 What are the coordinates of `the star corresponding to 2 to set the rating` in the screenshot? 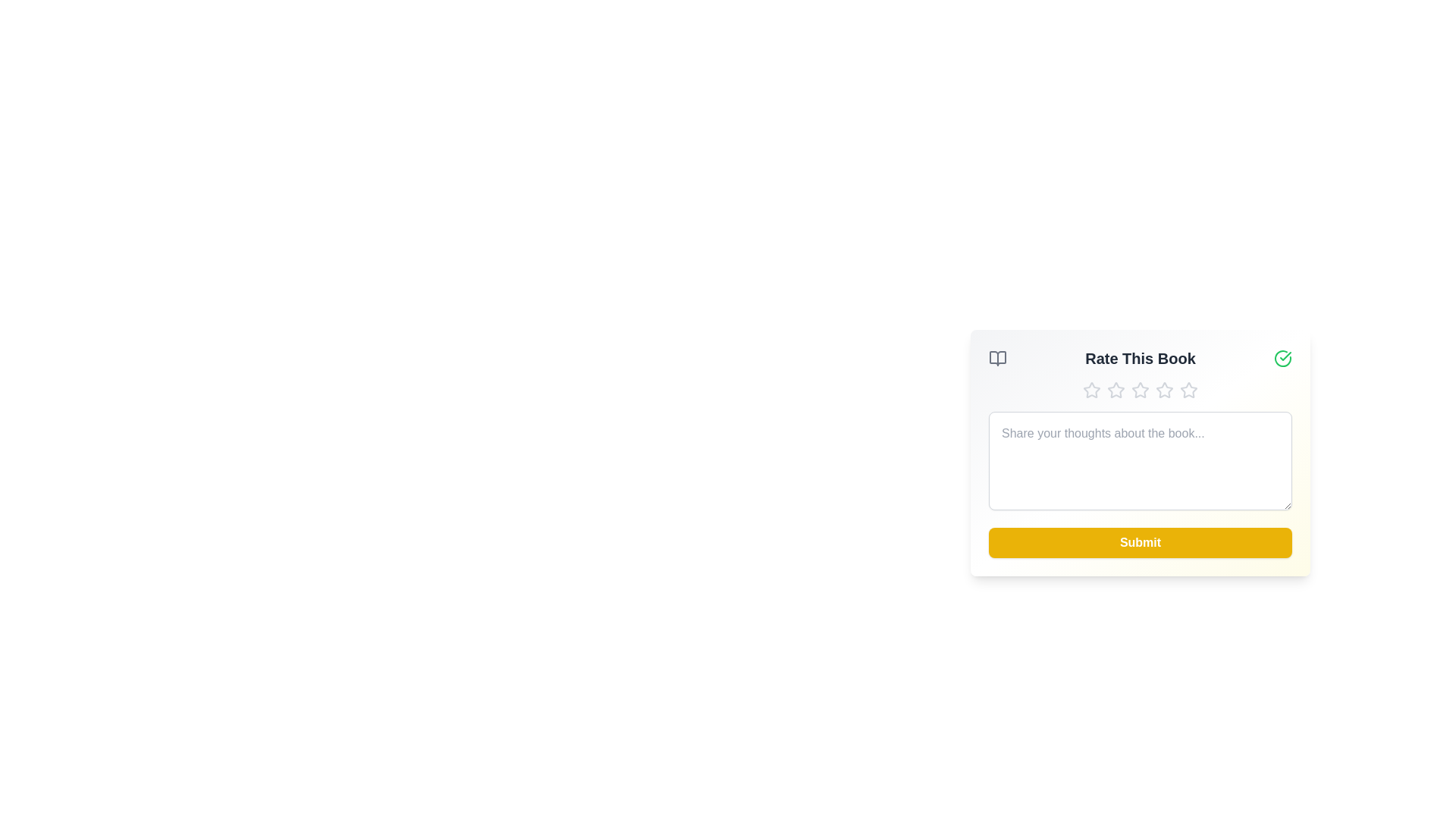 It's located at (1116, 390).